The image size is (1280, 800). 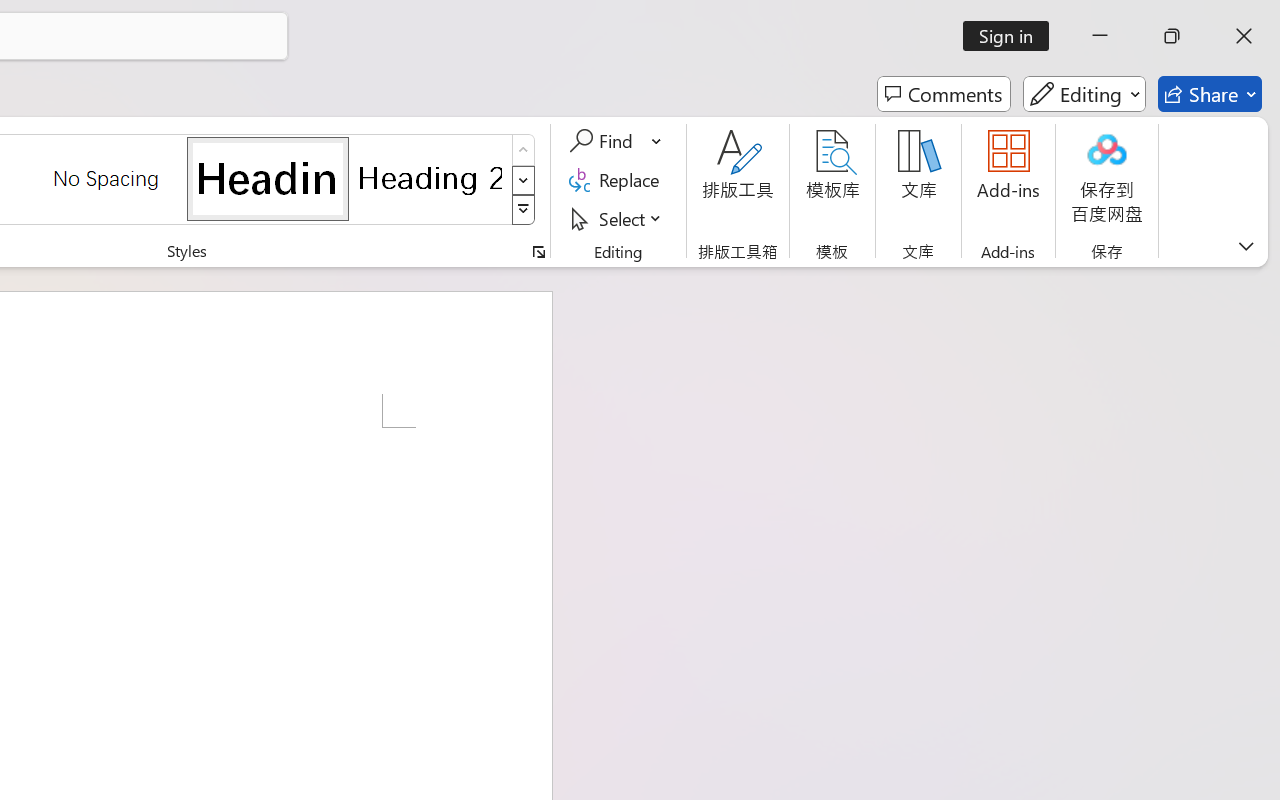 I want to click on 'Sign in', so click(x=1013, y=35).